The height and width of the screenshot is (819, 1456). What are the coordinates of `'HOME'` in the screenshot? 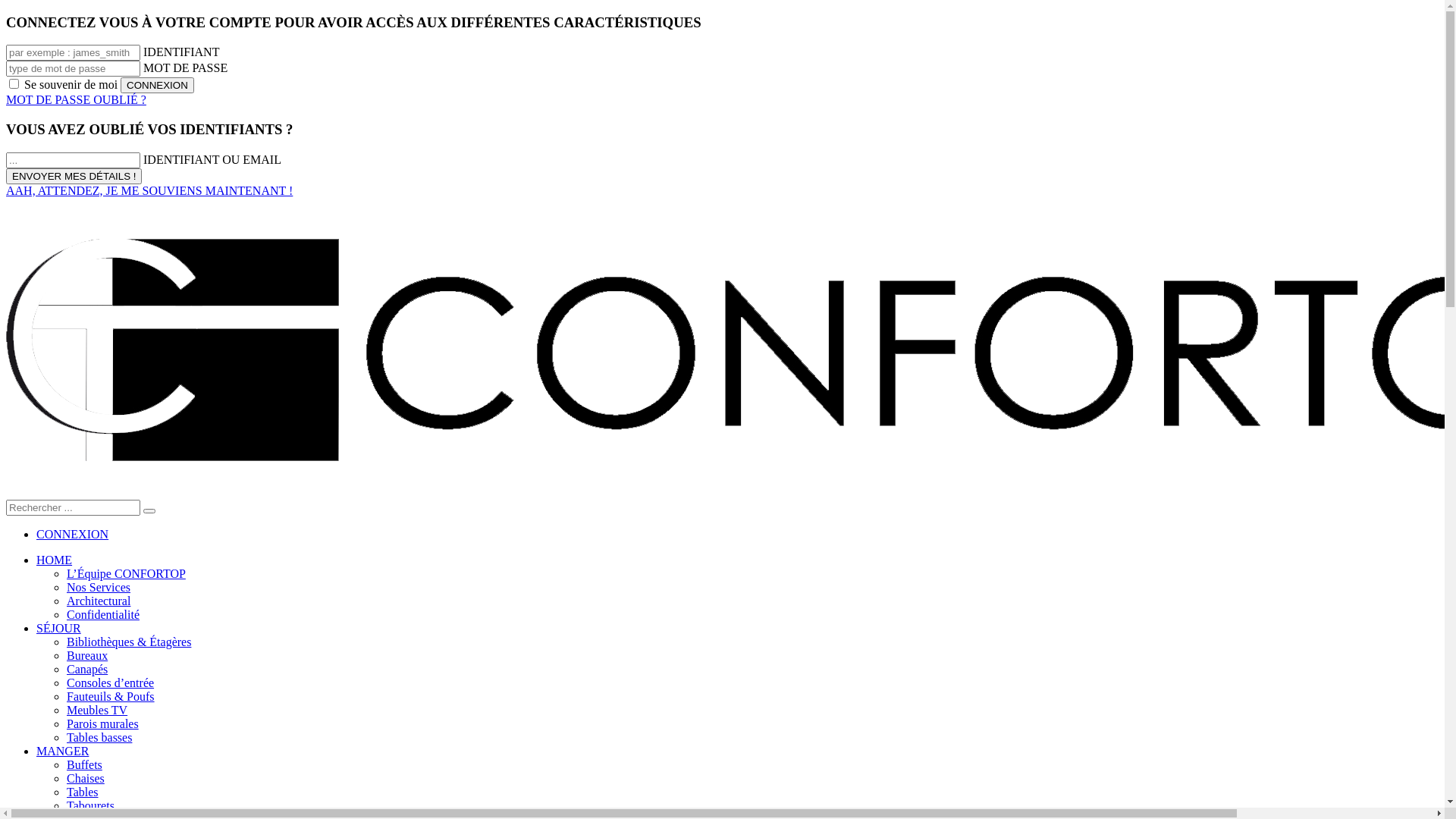 It's located at (36, 560).